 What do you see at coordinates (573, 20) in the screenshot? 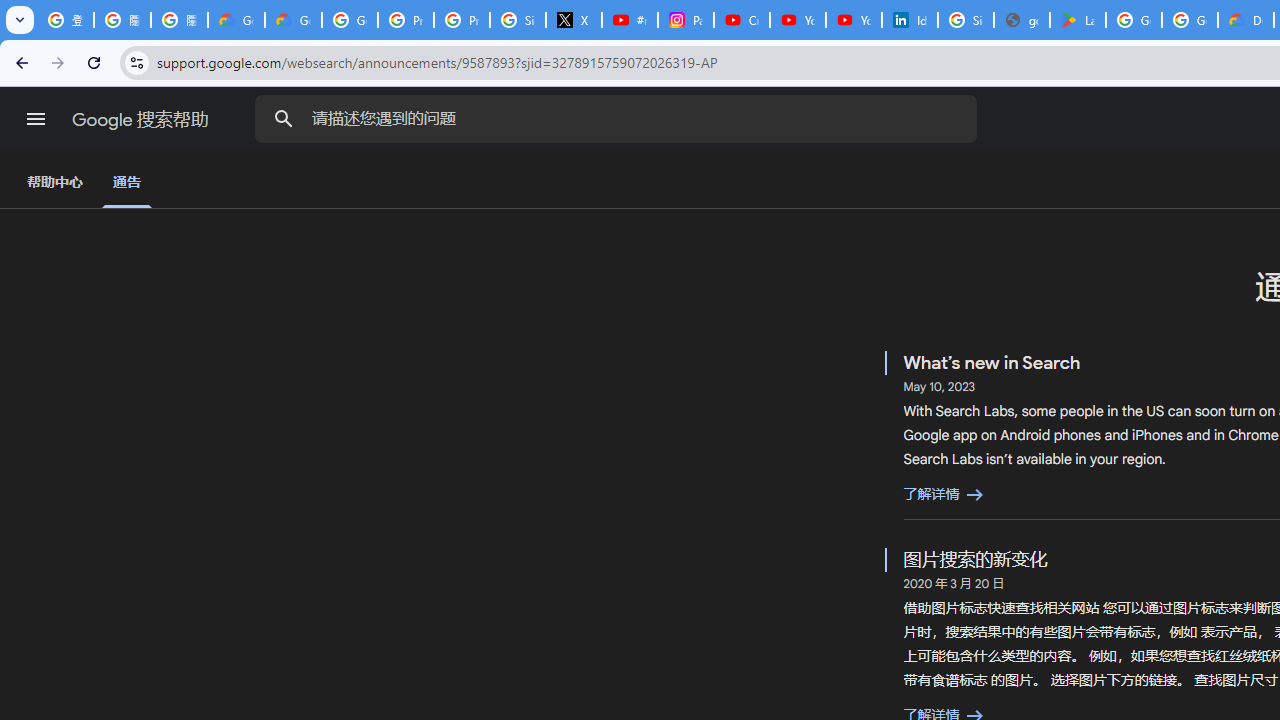
I see `'X'` at bounding box center [573, 20].